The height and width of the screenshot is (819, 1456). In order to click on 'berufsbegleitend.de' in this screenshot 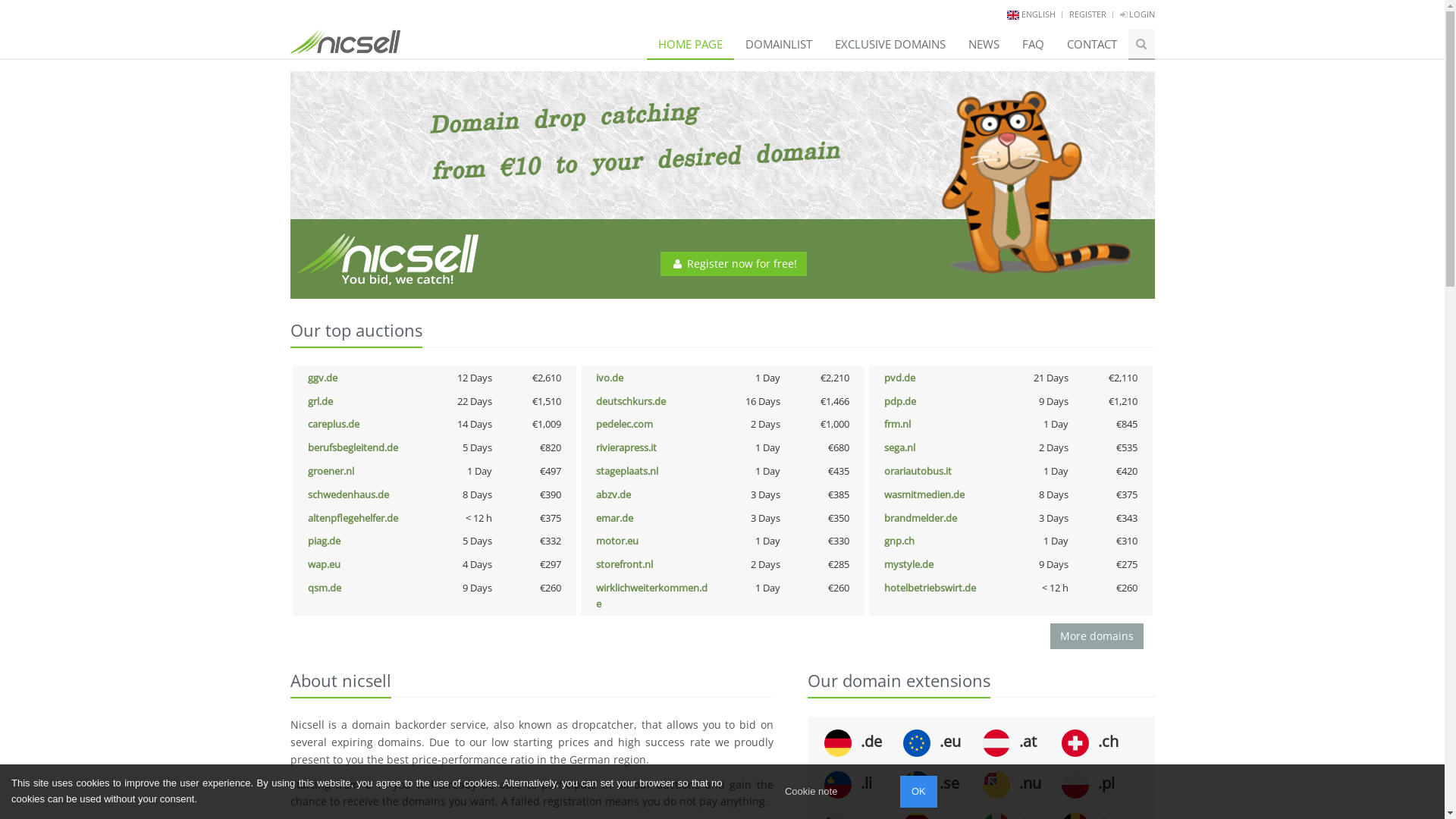, I will do `click(352, 447)`.